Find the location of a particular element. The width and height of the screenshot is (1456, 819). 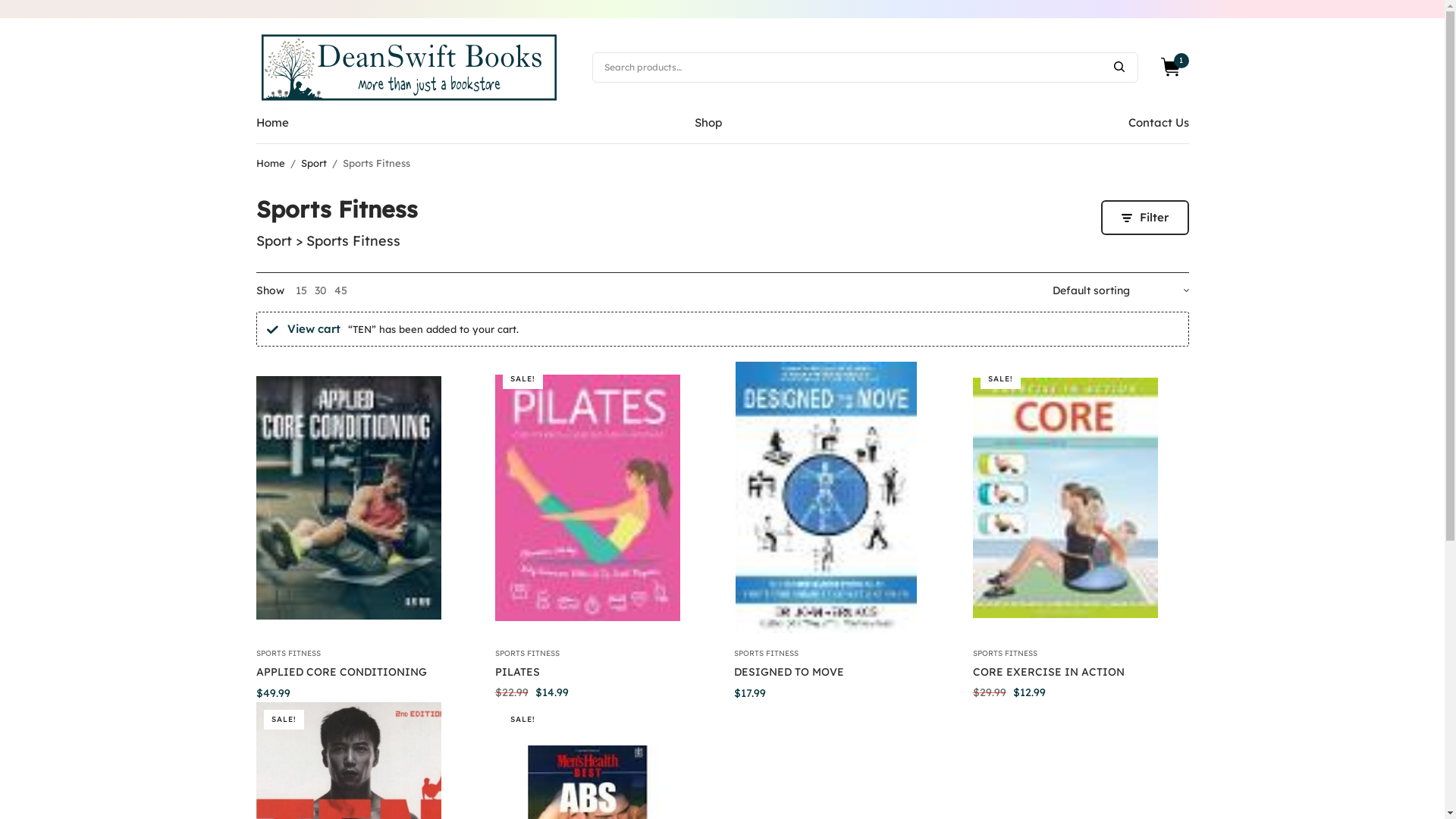

'Home' is located at coordinates (256, 121).